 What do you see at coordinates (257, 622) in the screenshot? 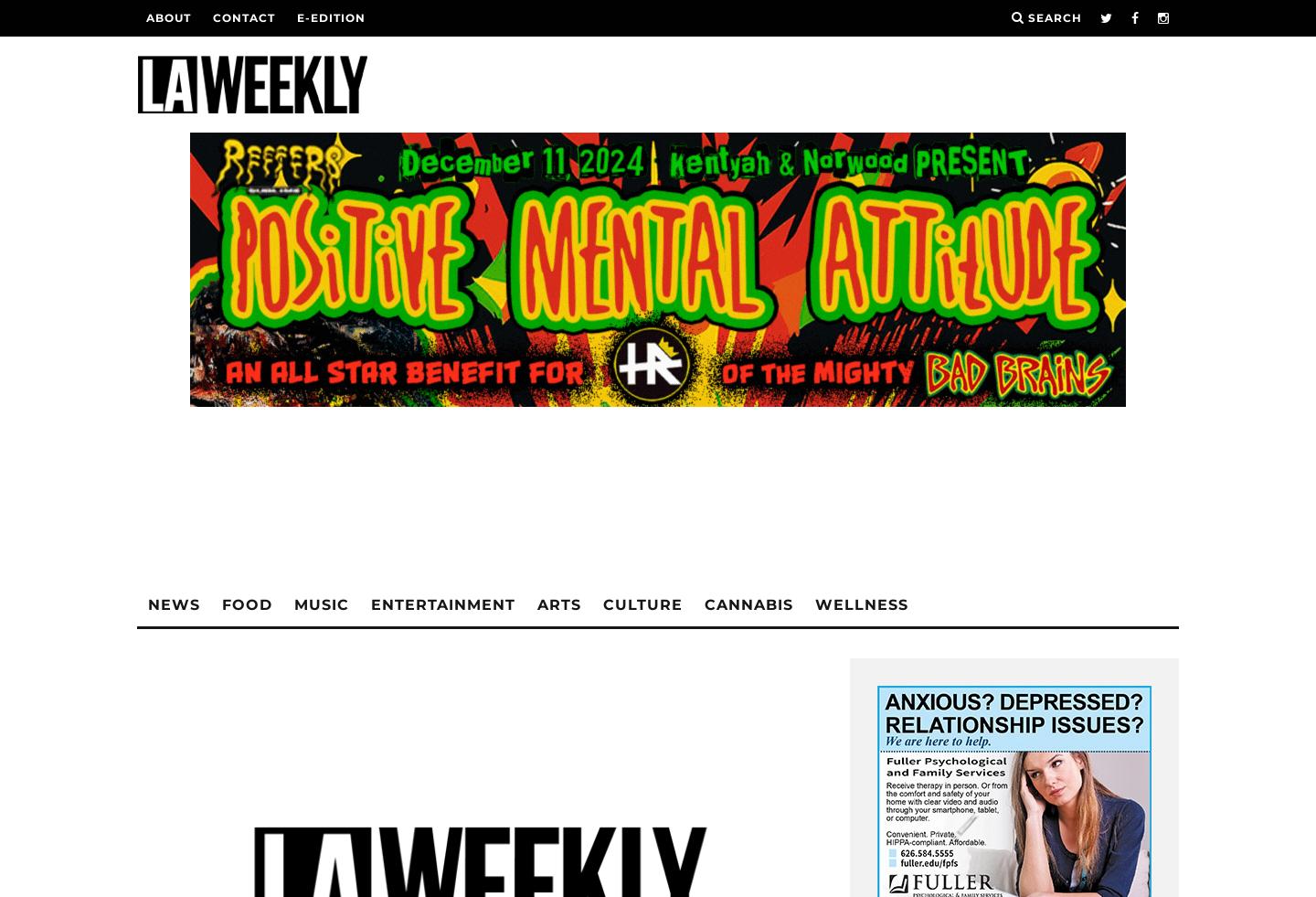
I see `'From Sexyy Red to Green Day — the New LA Weekly Playlist is Live'` at bounding box center [257, 622].